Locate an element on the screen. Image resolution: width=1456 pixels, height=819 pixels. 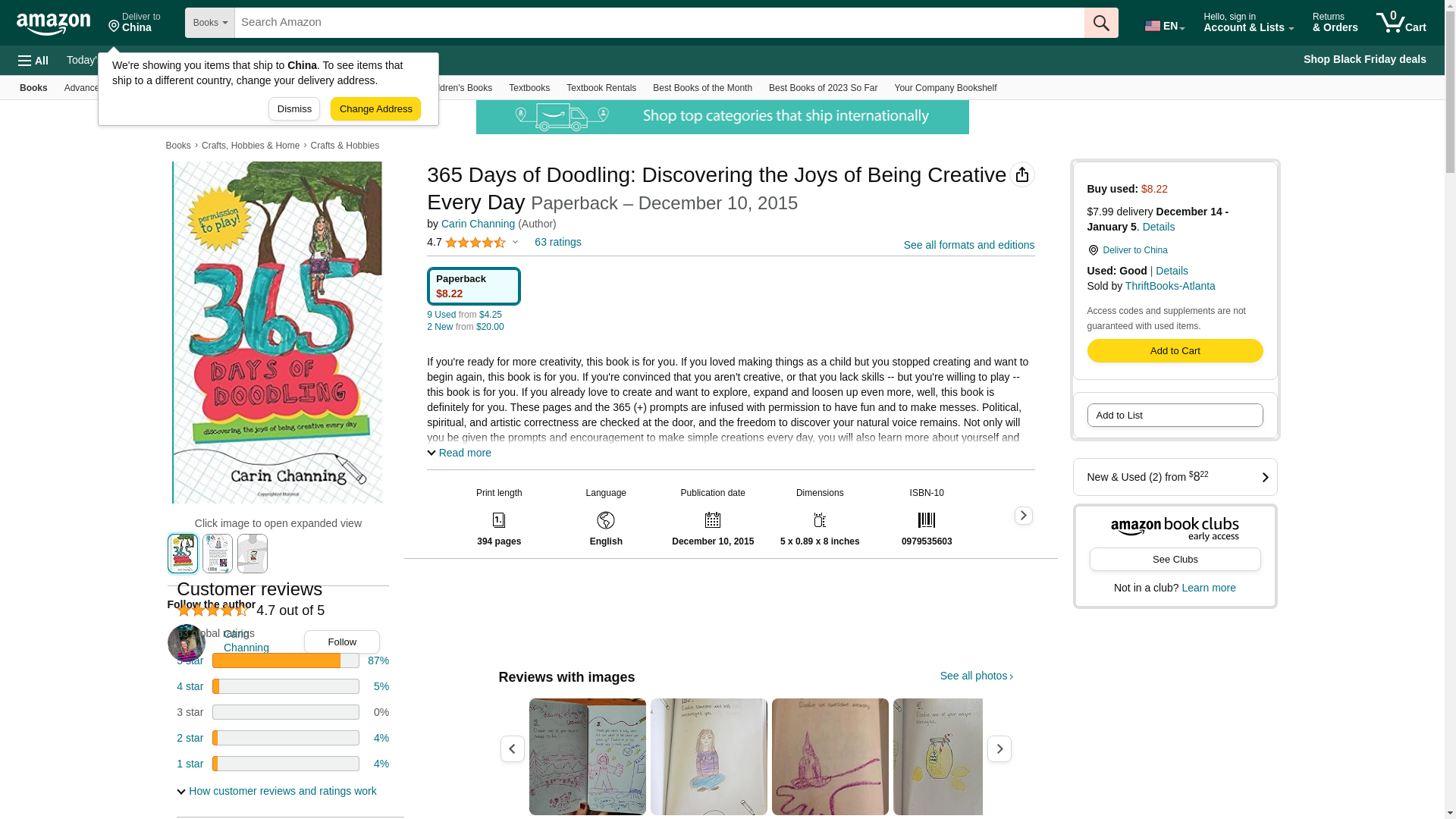
'Add to Shopping Cart' is located at coordinates (1174, 350).